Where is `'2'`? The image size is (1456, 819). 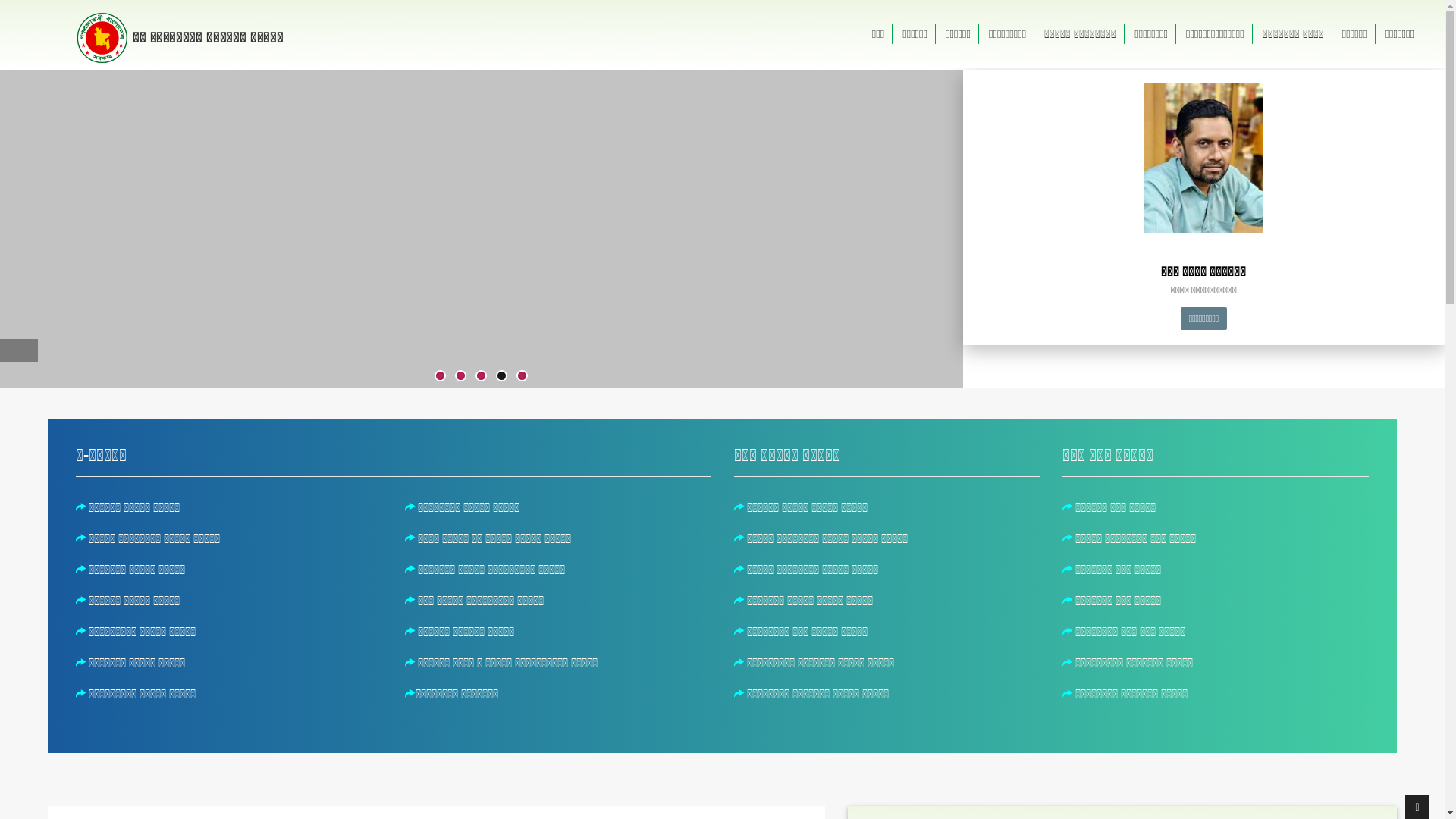 '2' is located at coordinates (460, 375).